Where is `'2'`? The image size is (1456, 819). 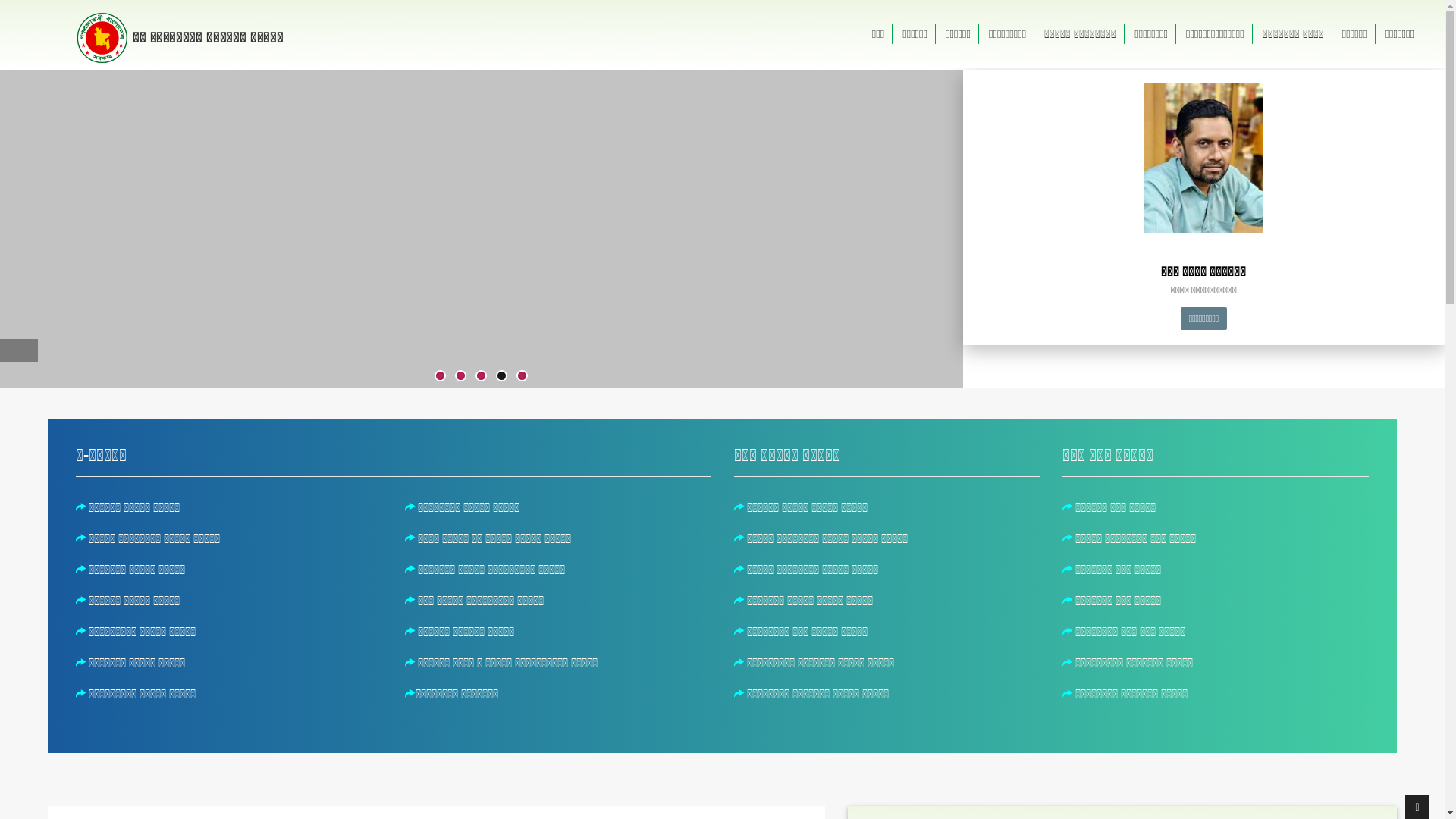 '2' is located at coordinates (460, 375).